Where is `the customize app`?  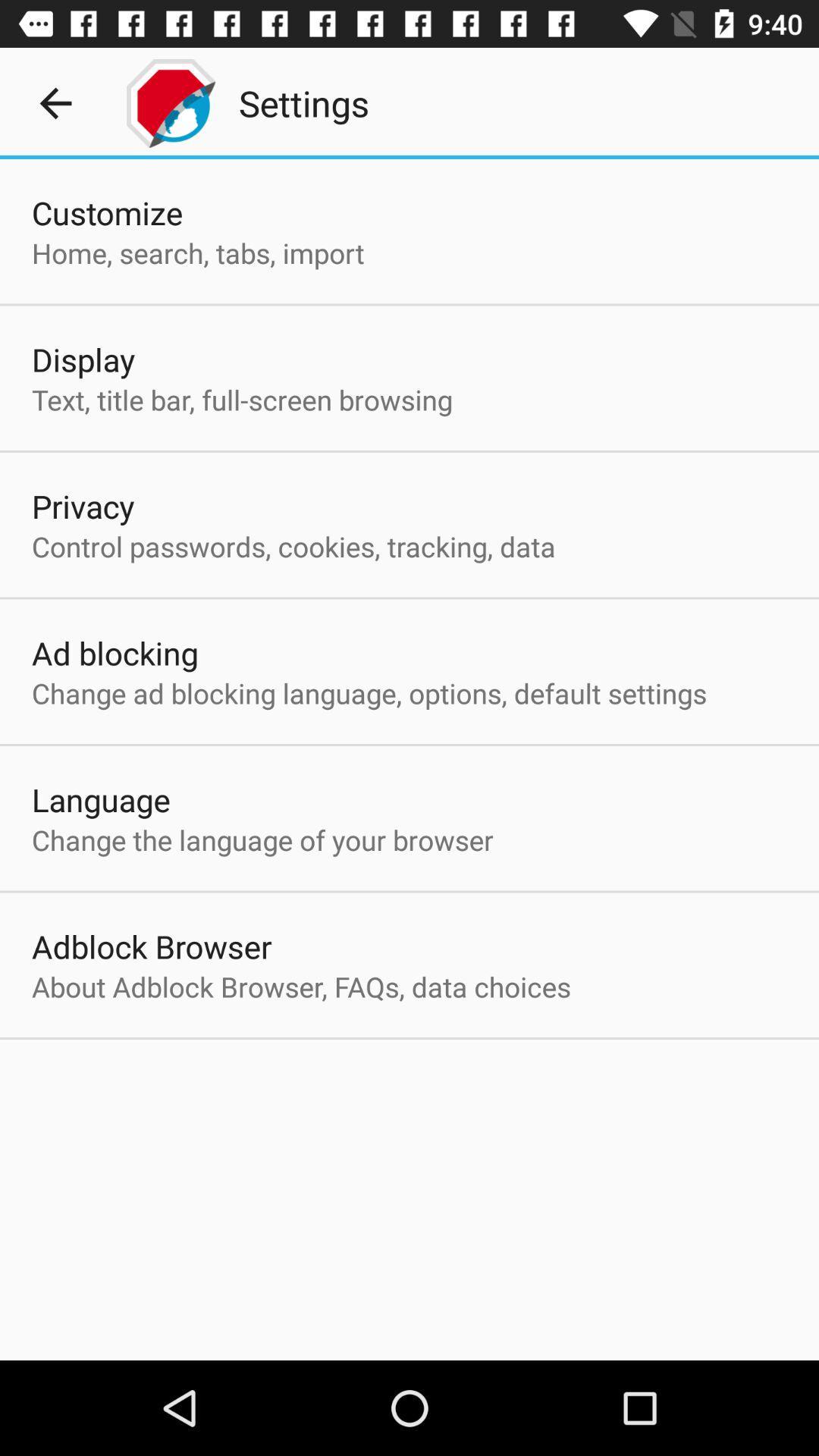
the customize app is located at coordinates (106, 212).